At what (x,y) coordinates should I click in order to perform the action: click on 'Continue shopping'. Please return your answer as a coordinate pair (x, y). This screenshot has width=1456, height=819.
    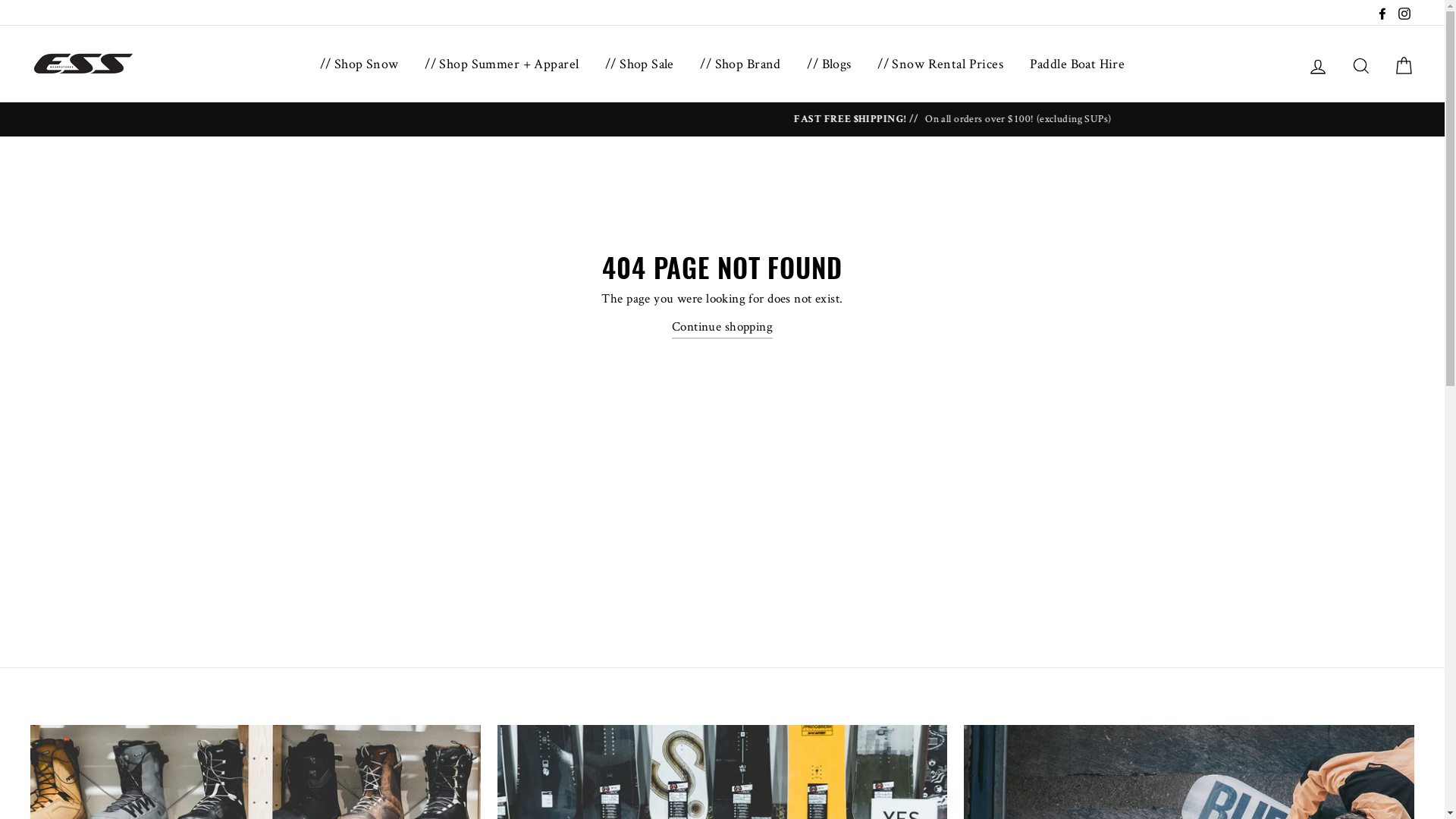
    Looking at the image, I should click on (721, 326).